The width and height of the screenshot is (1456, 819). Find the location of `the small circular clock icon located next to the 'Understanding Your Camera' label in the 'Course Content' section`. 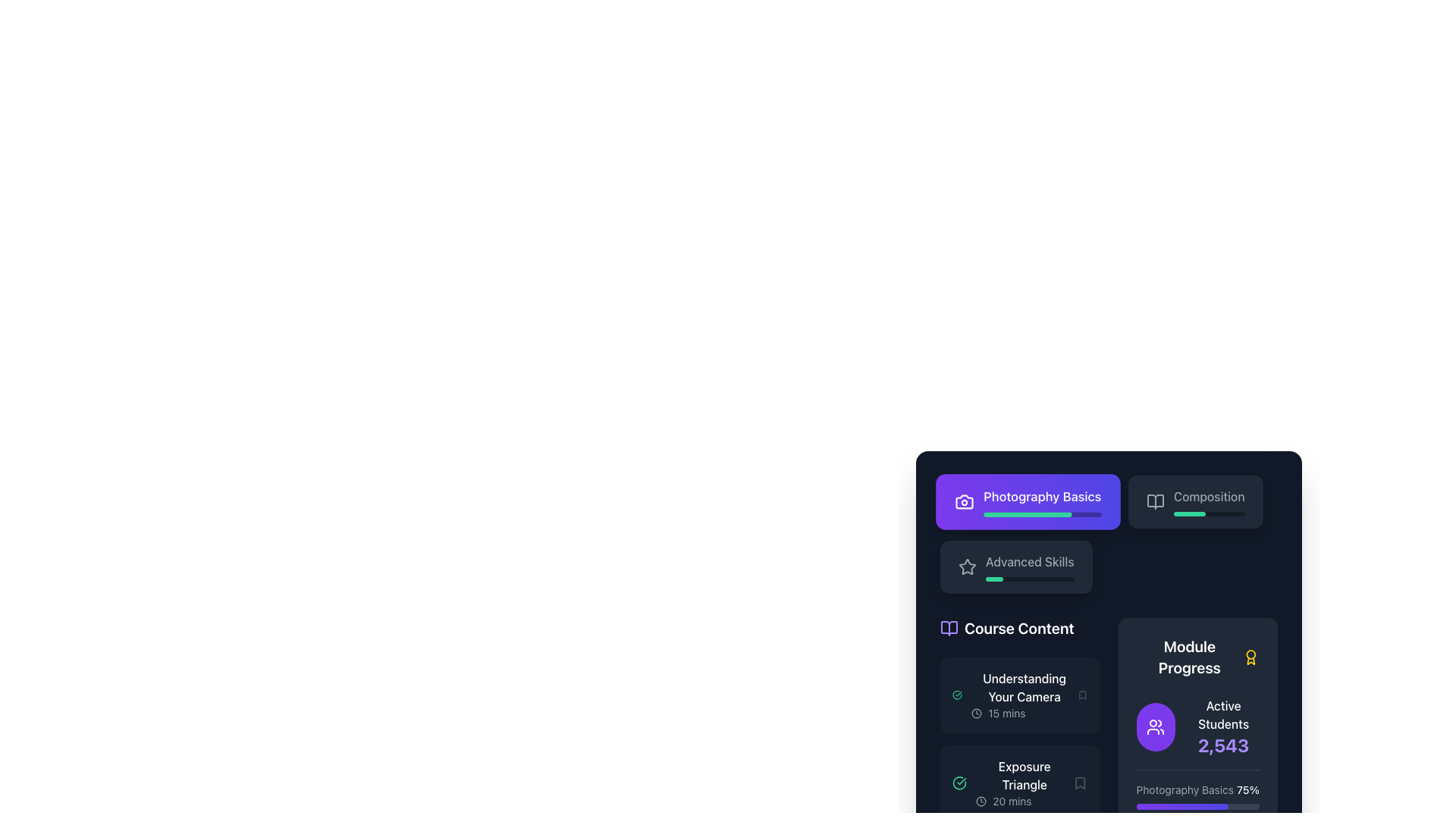

the small circular clock icon located next to the 'Understanding Your Camera' label in the 'Course Content' section is located at coordinates (977, 714).